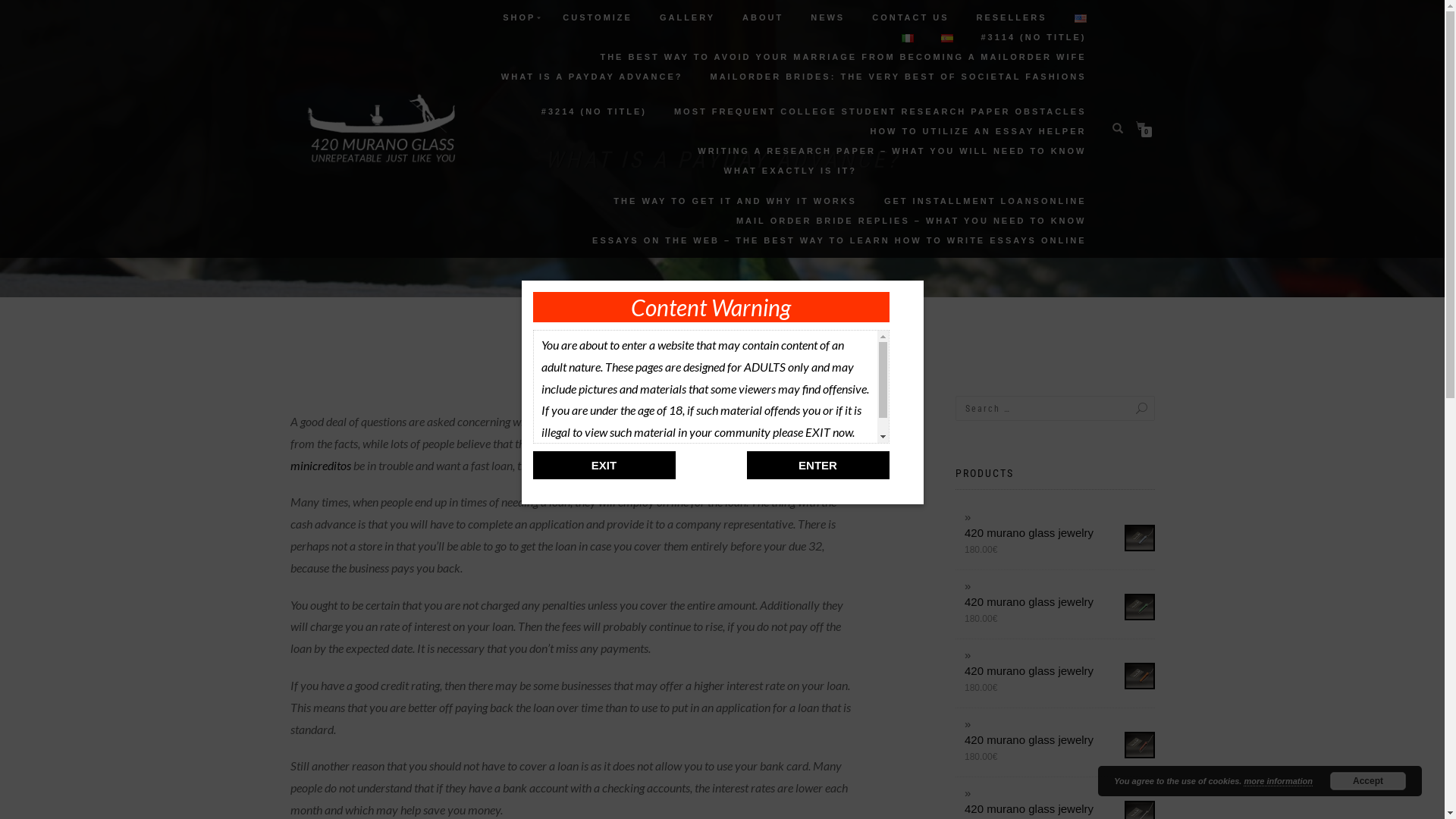 The image size is (1456, 819). What do you see at coordinates (1079, 18) in the screenshot?
I see `'English (en_US)'` at bounding box center [1079, 18].